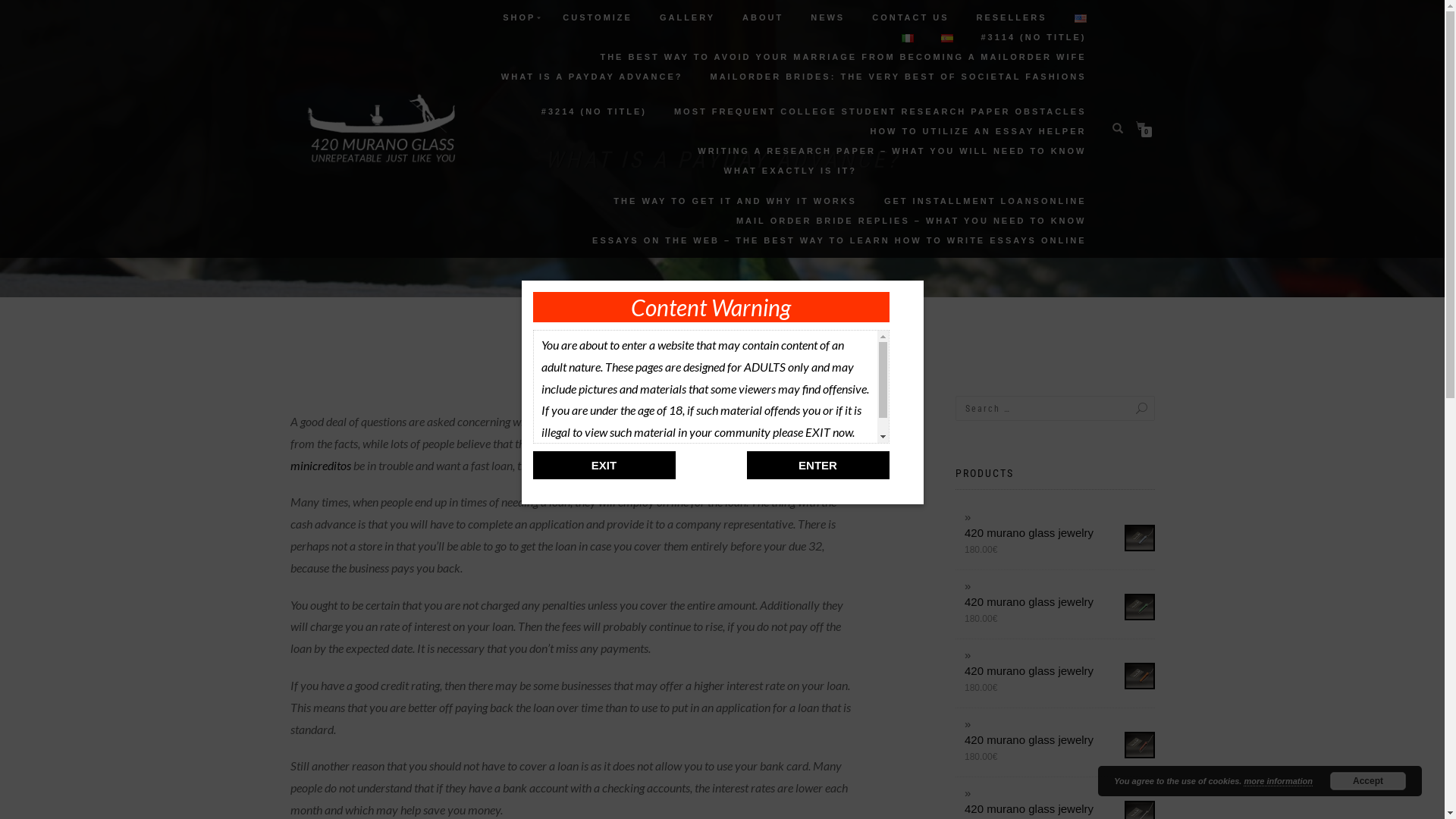 The image size is (1456, 819). What do you see at coordinates (1079, 18) in the screenshot?
I see `'English (en_US)'` at bounding box center [1079, 18].